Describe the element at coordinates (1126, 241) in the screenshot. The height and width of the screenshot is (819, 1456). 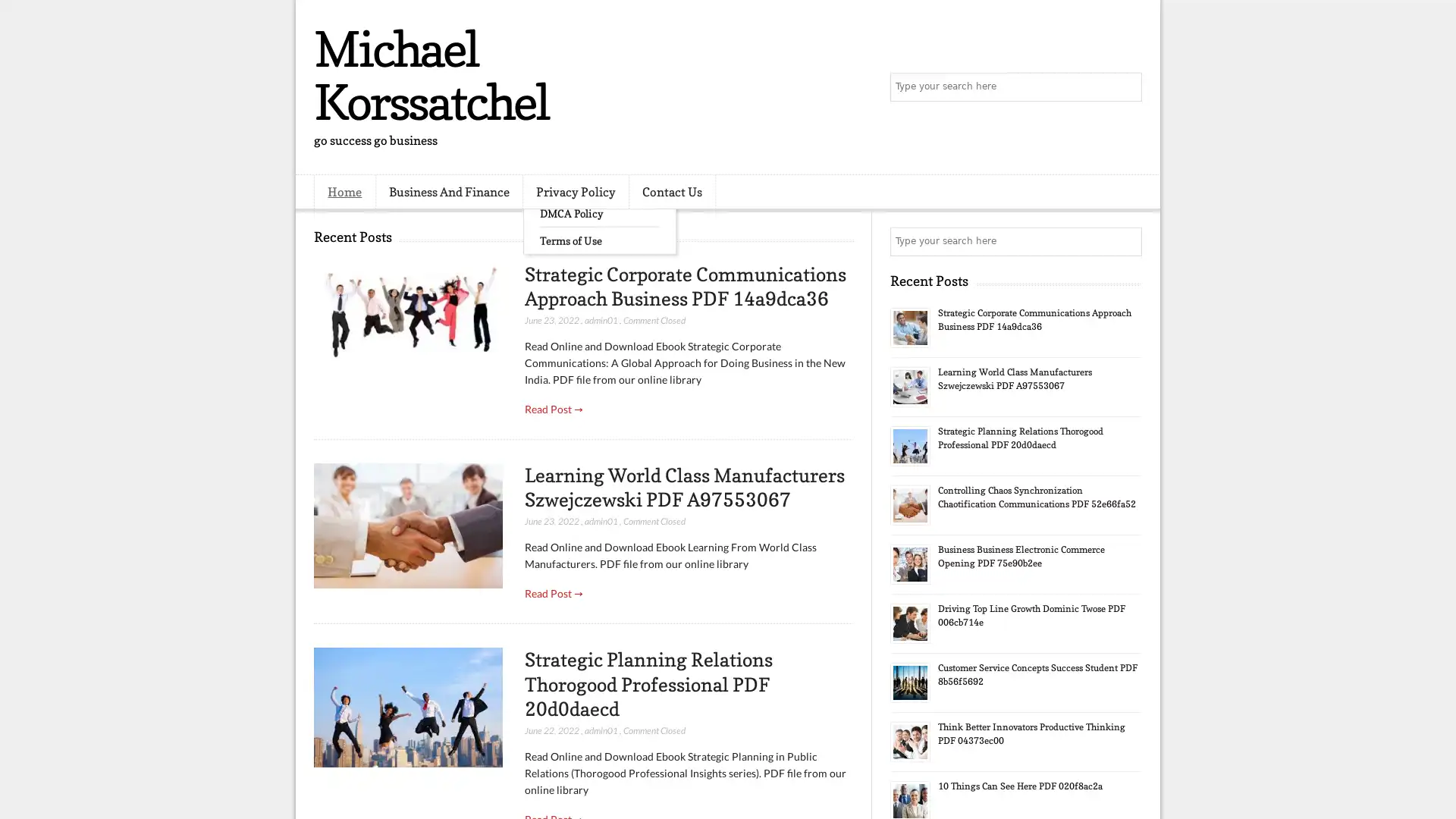
I see `Search` at that location.